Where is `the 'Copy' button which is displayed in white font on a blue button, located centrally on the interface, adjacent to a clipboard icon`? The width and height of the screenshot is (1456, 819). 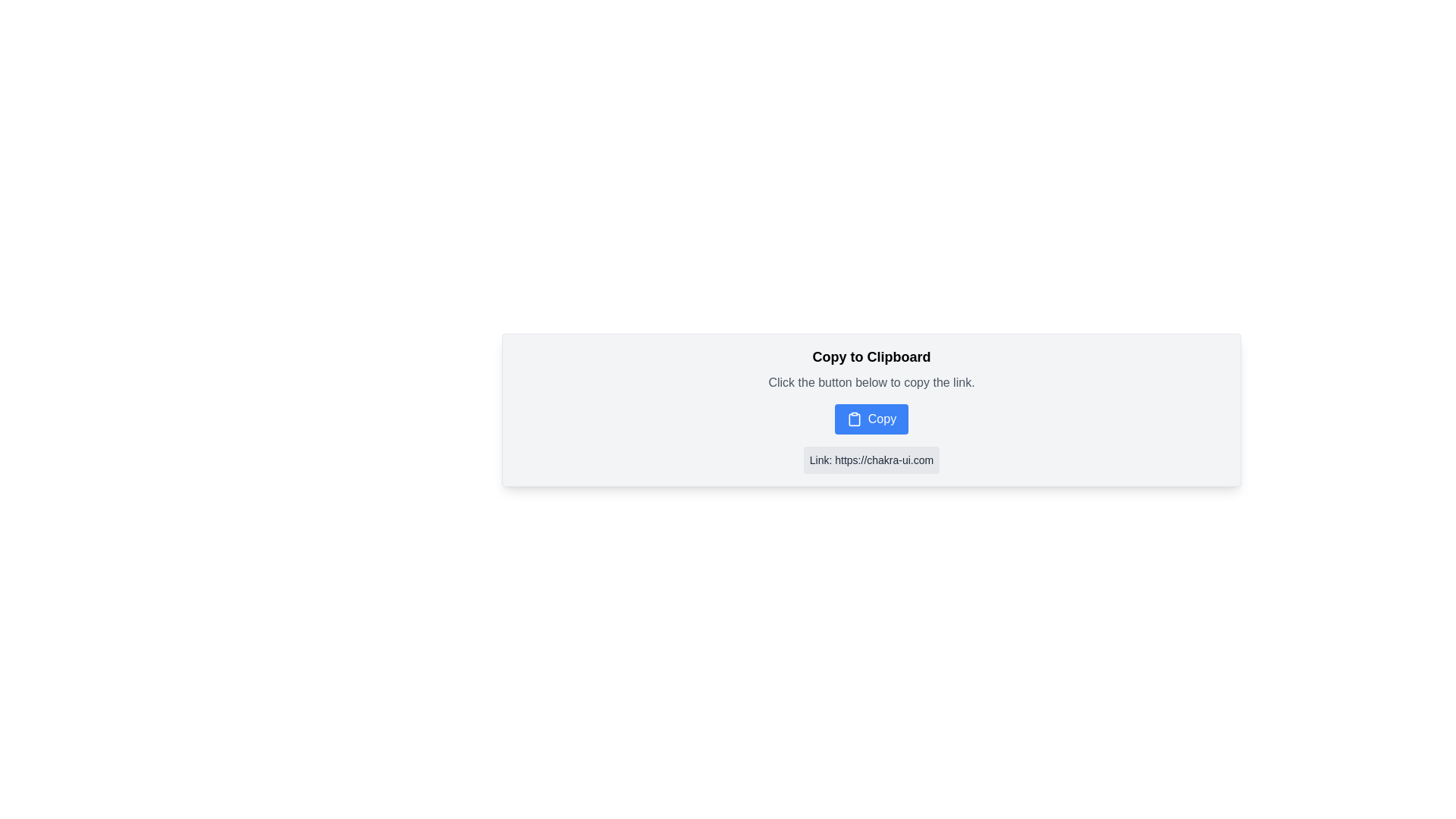
the 'Copy' button which is displayed in white font on a blue button, located centrally on the interface, adjacent to a clipboard icon is located at coordinates (882, 419).